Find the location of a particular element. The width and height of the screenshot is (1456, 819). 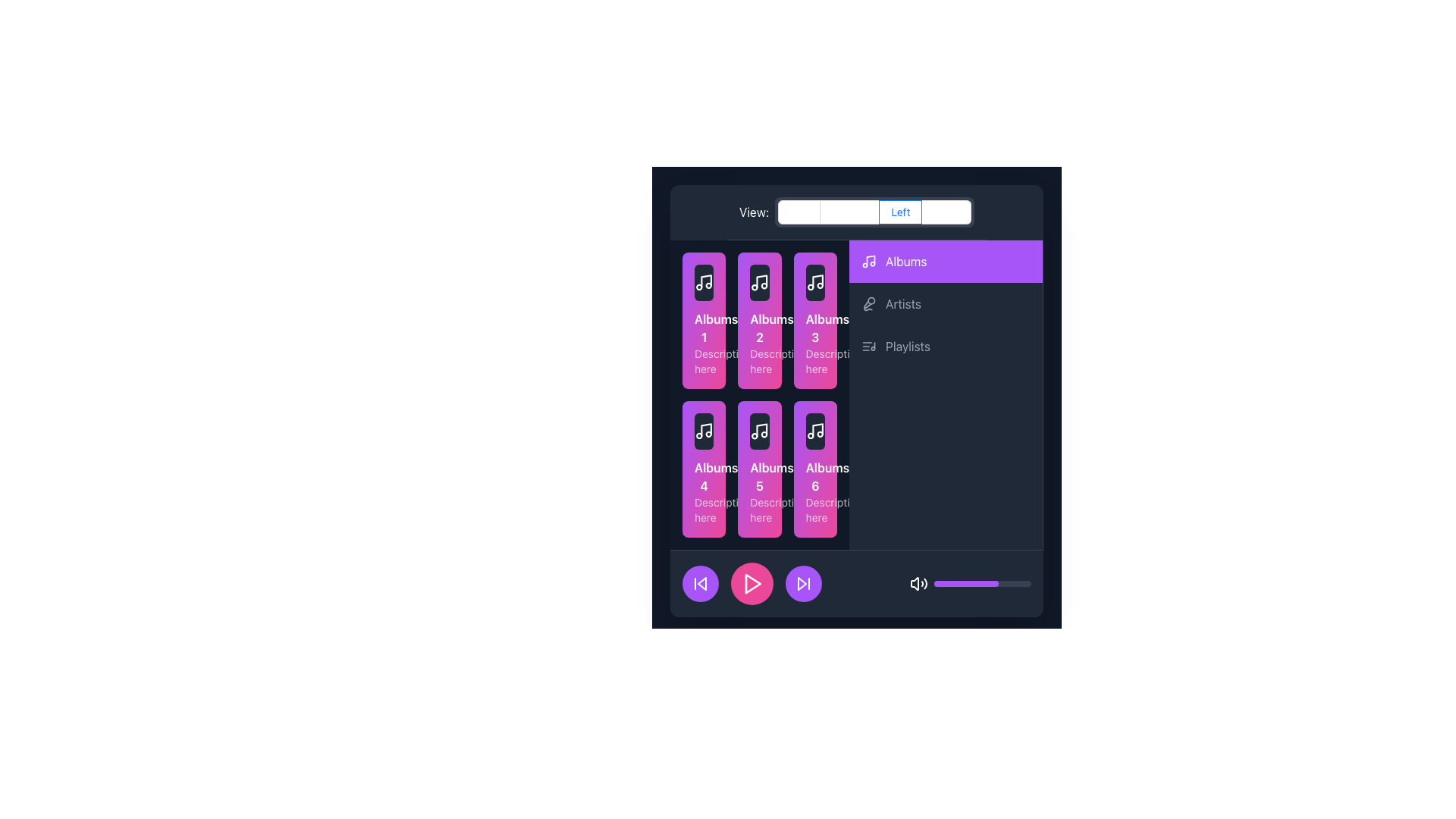

the volume level is located at coordinates (984, 583).